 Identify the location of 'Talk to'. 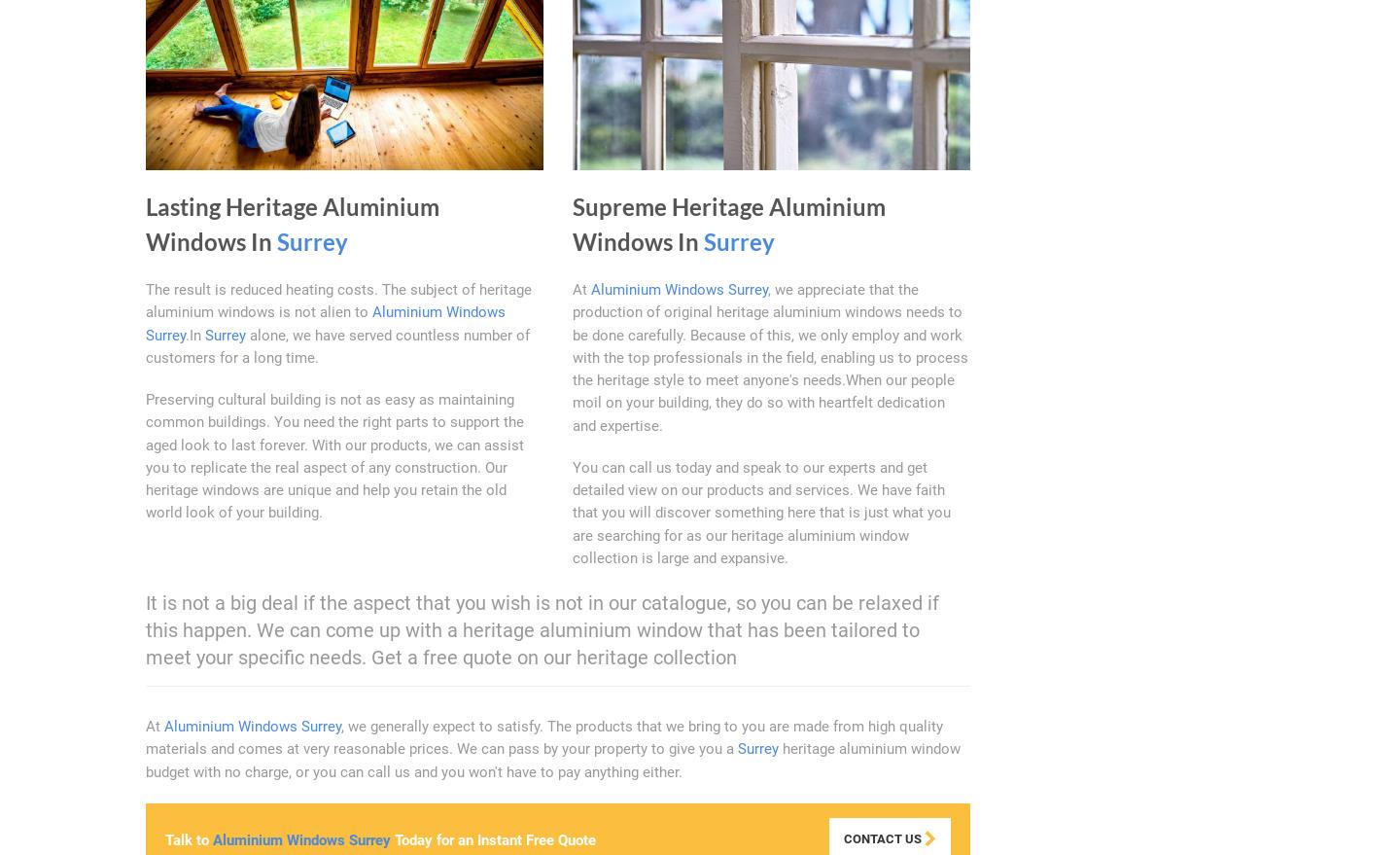
(189, 839).